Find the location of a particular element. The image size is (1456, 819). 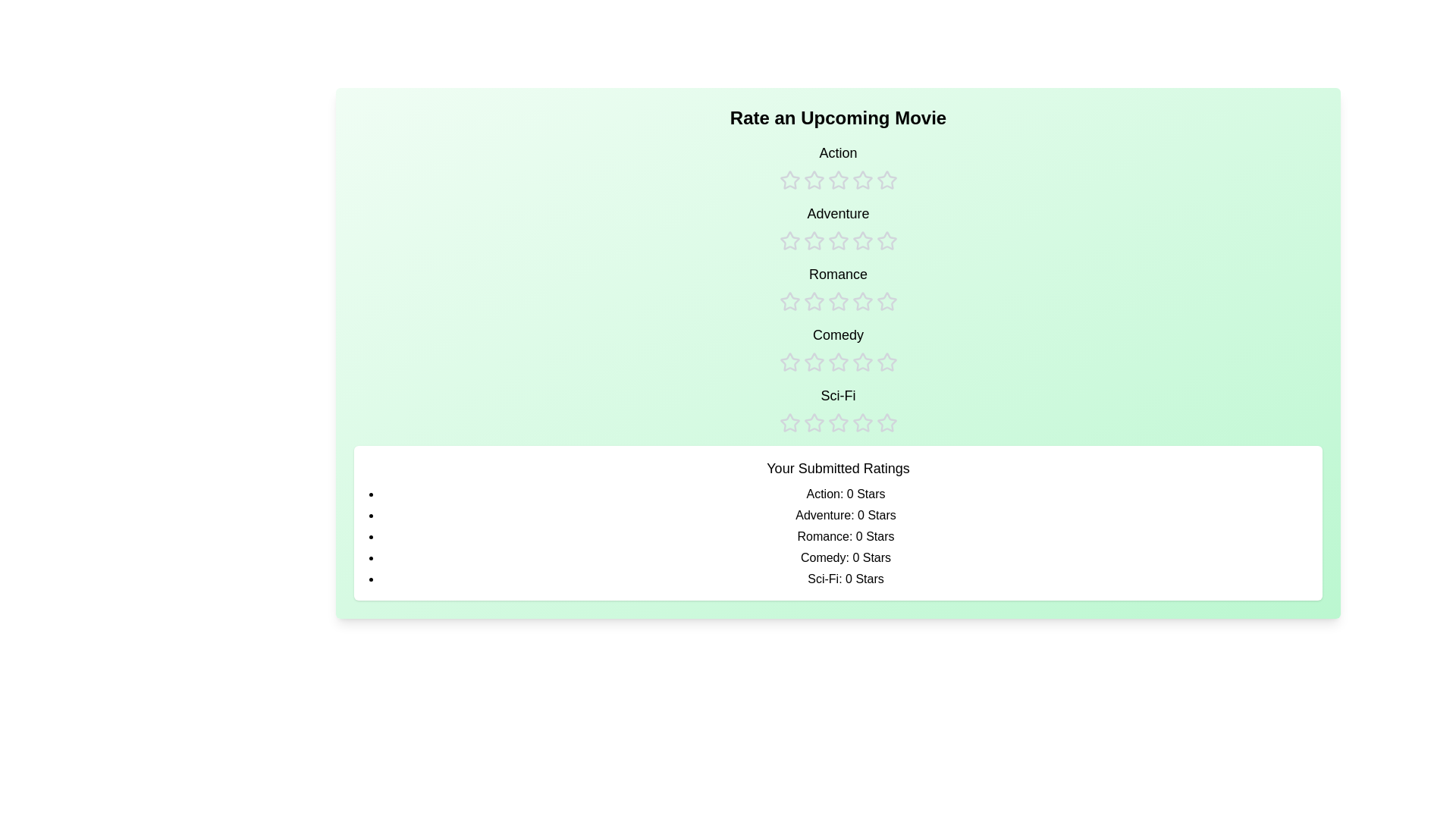

the rating for the Action category to 4 stars is located at coordinates (862, 166).